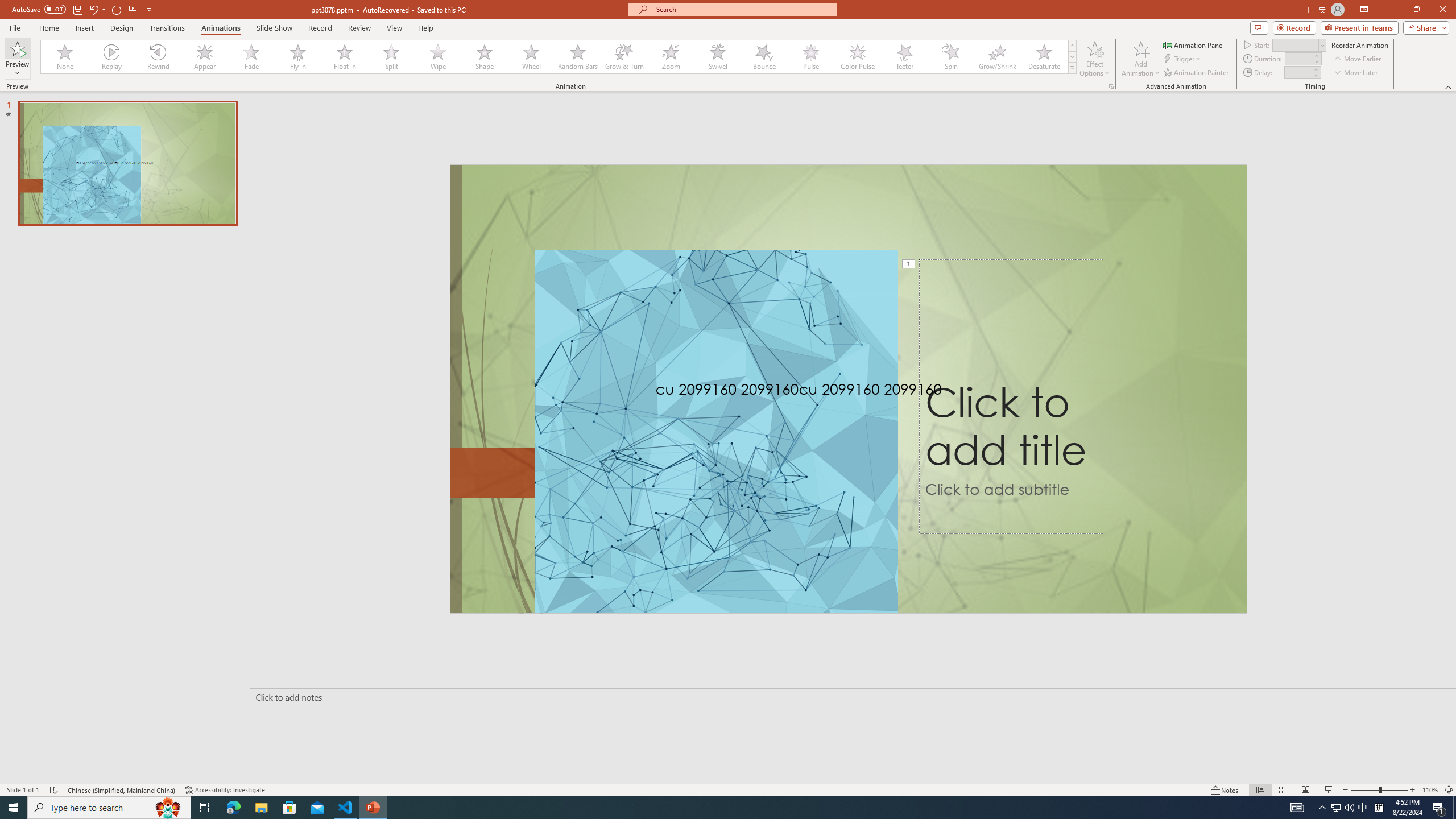  What do you see at coordinates (717, 56) in the screenshot?
I see `'Swivel'` at bounding box center [717, 56].